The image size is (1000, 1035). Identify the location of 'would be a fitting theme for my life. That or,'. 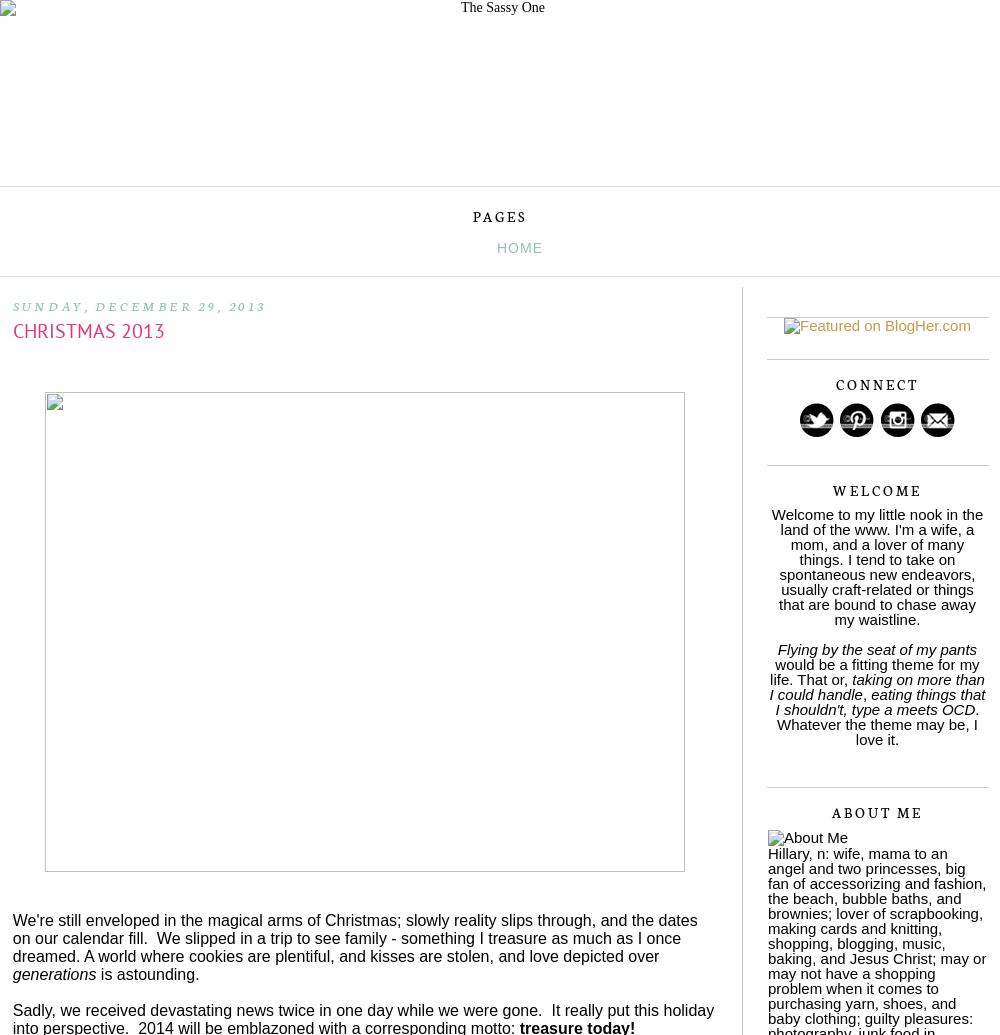
(873, 671).